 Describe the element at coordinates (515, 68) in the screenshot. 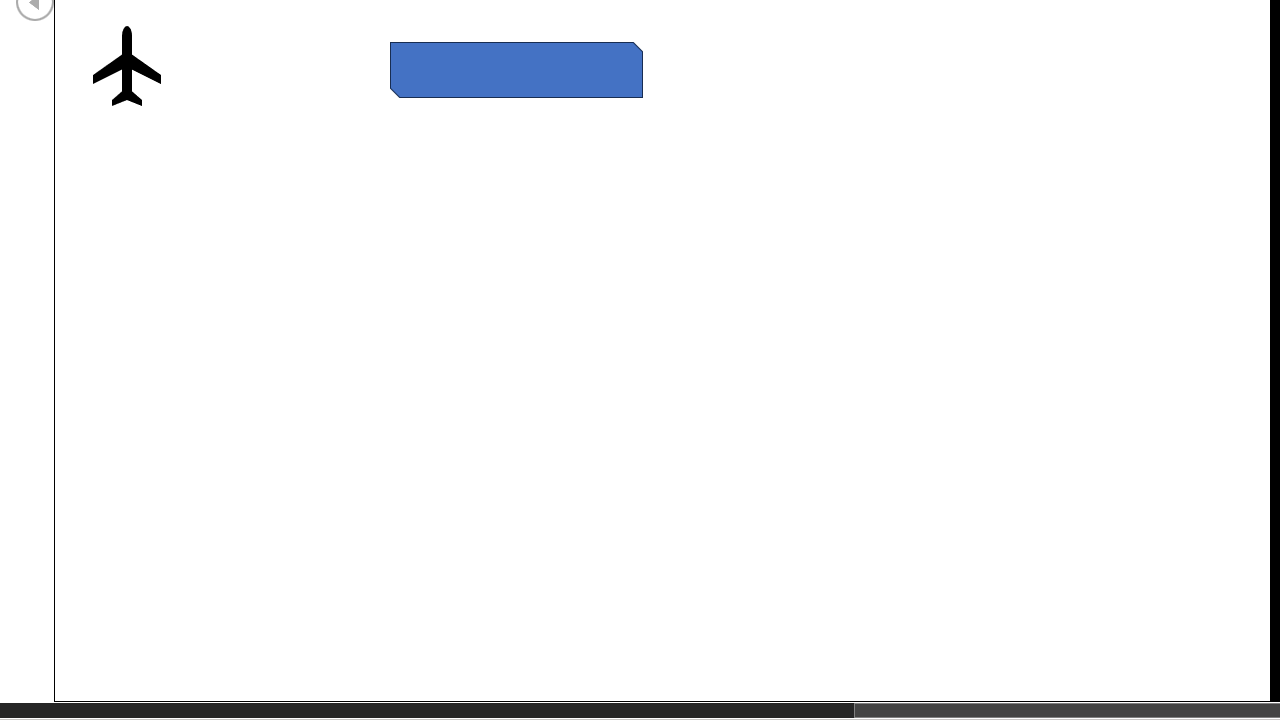

I see `'Rectangle: Diagonal Corners Snipped 2'` at that location.